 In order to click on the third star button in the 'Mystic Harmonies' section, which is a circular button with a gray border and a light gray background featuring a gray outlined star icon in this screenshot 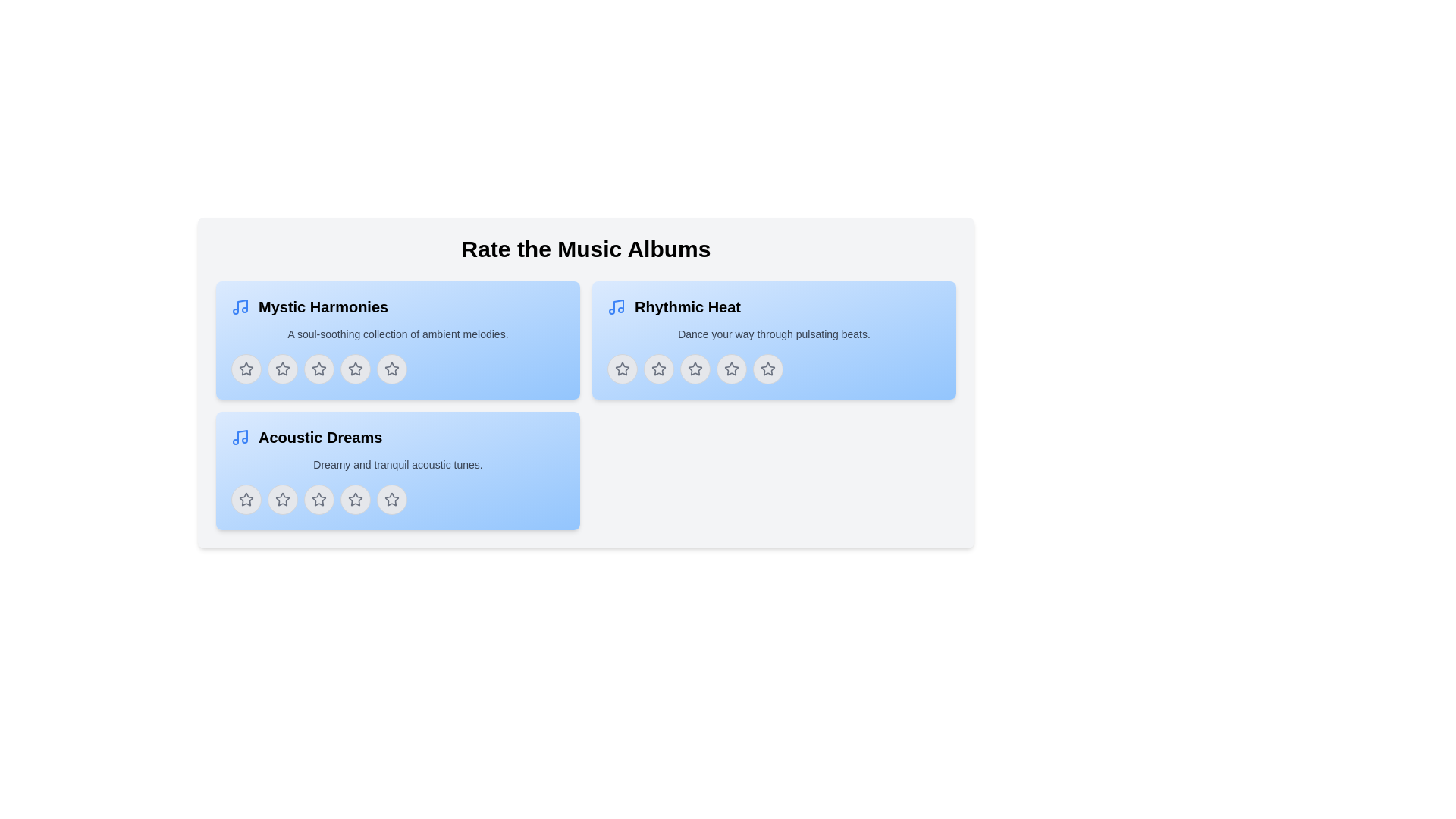, I will do `click(318, 369)`.